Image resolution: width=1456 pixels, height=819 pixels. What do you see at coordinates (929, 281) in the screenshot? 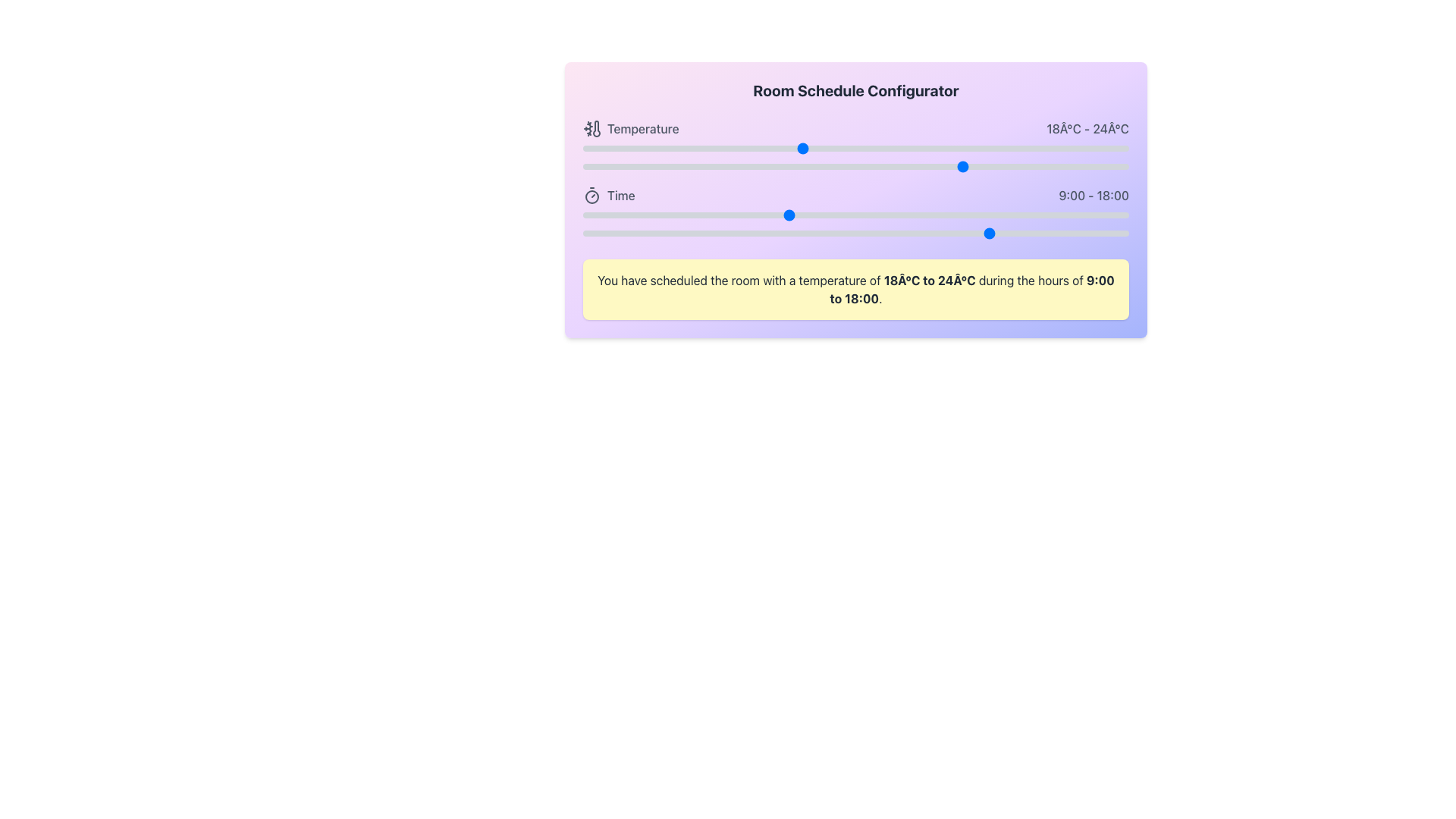
I see `the static text that displays the selected temperature range, confirming the user's choice regarding the temperature setting` at bounding box center [929, 281].